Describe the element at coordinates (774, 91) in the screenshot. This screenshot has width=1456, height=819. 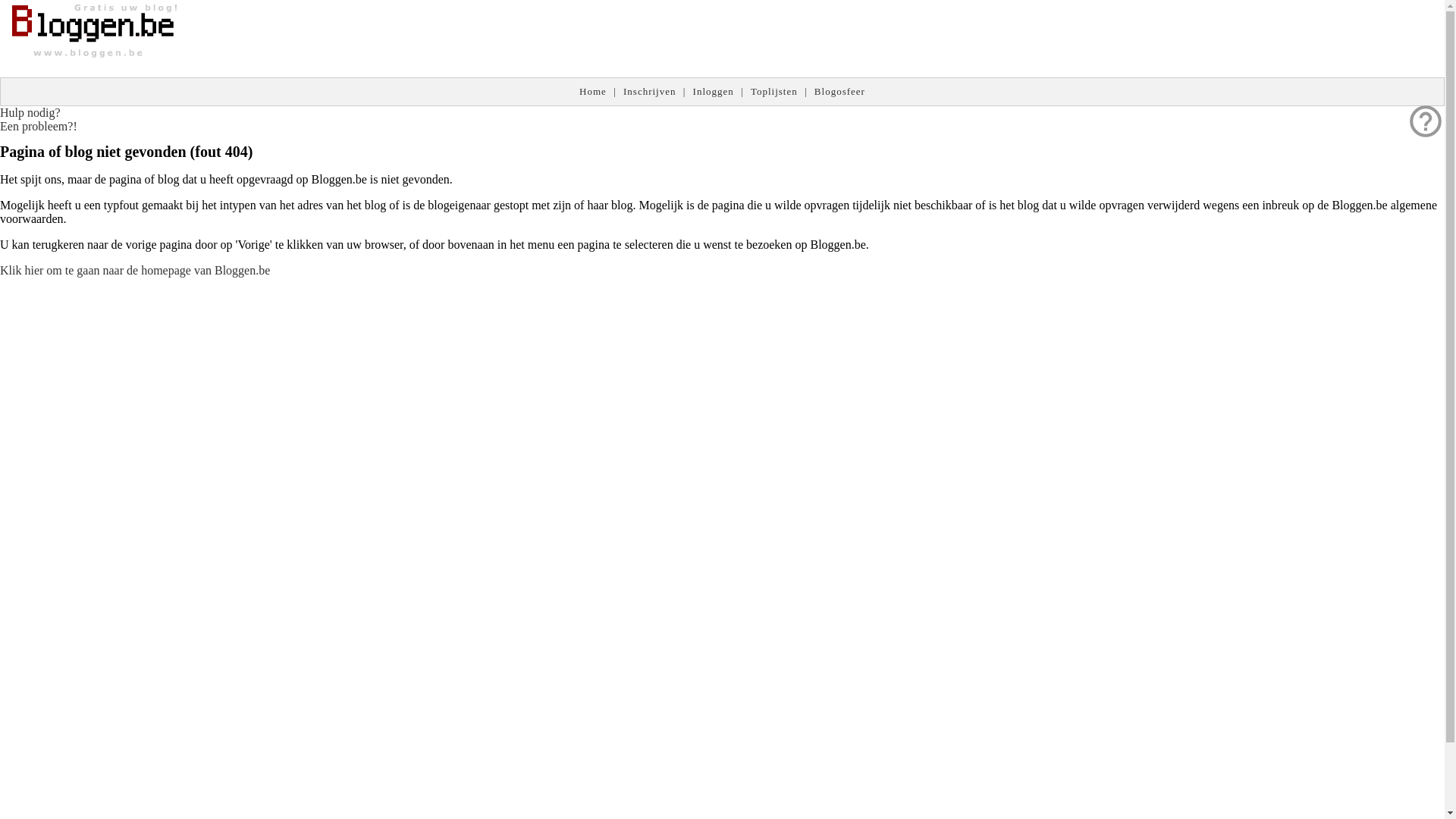
I see `'Toplijsten'` at that location.